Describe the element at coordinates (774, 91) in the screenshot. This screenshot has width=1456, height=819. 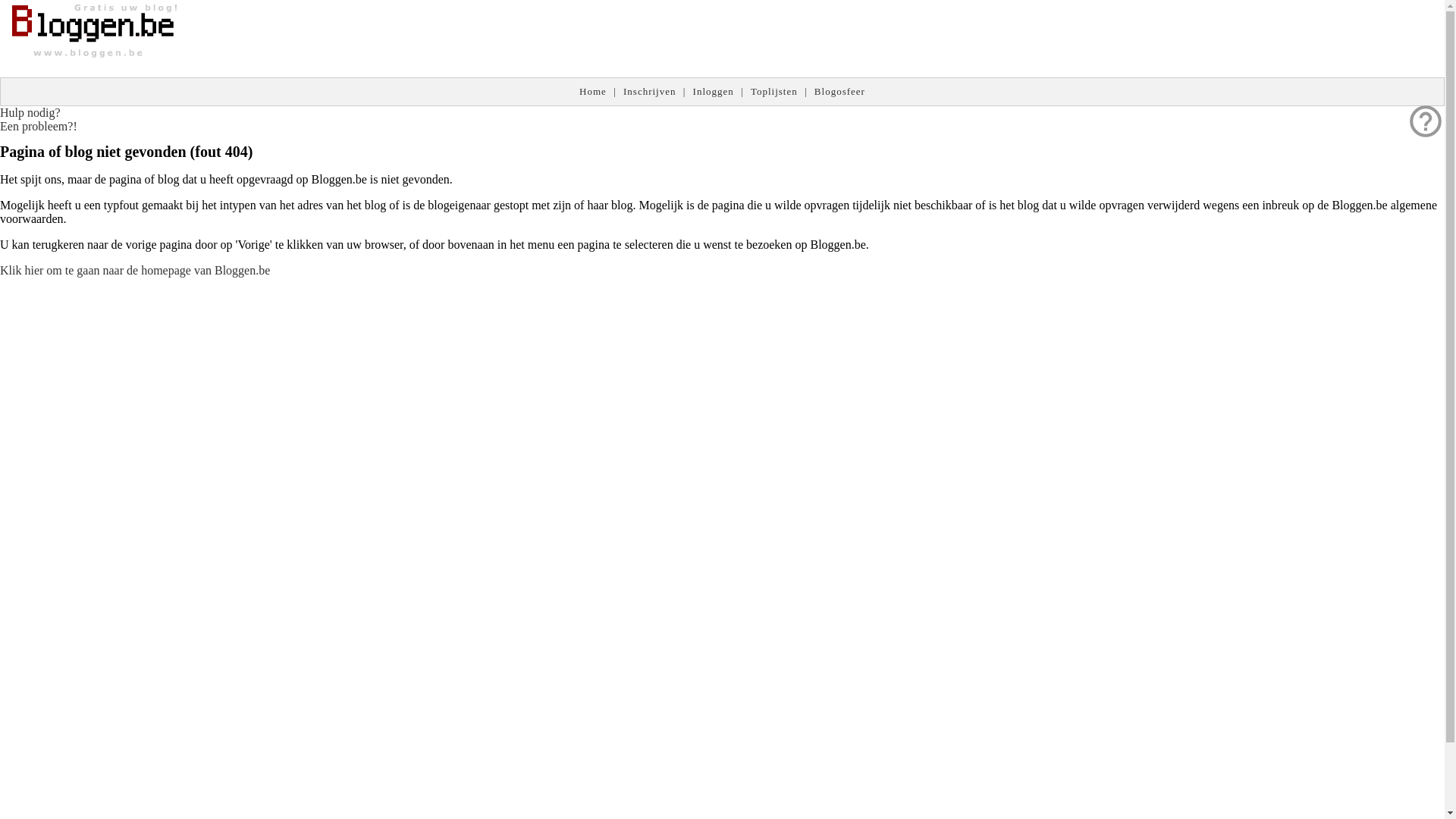
I see `'Toplijsten'` at that location.